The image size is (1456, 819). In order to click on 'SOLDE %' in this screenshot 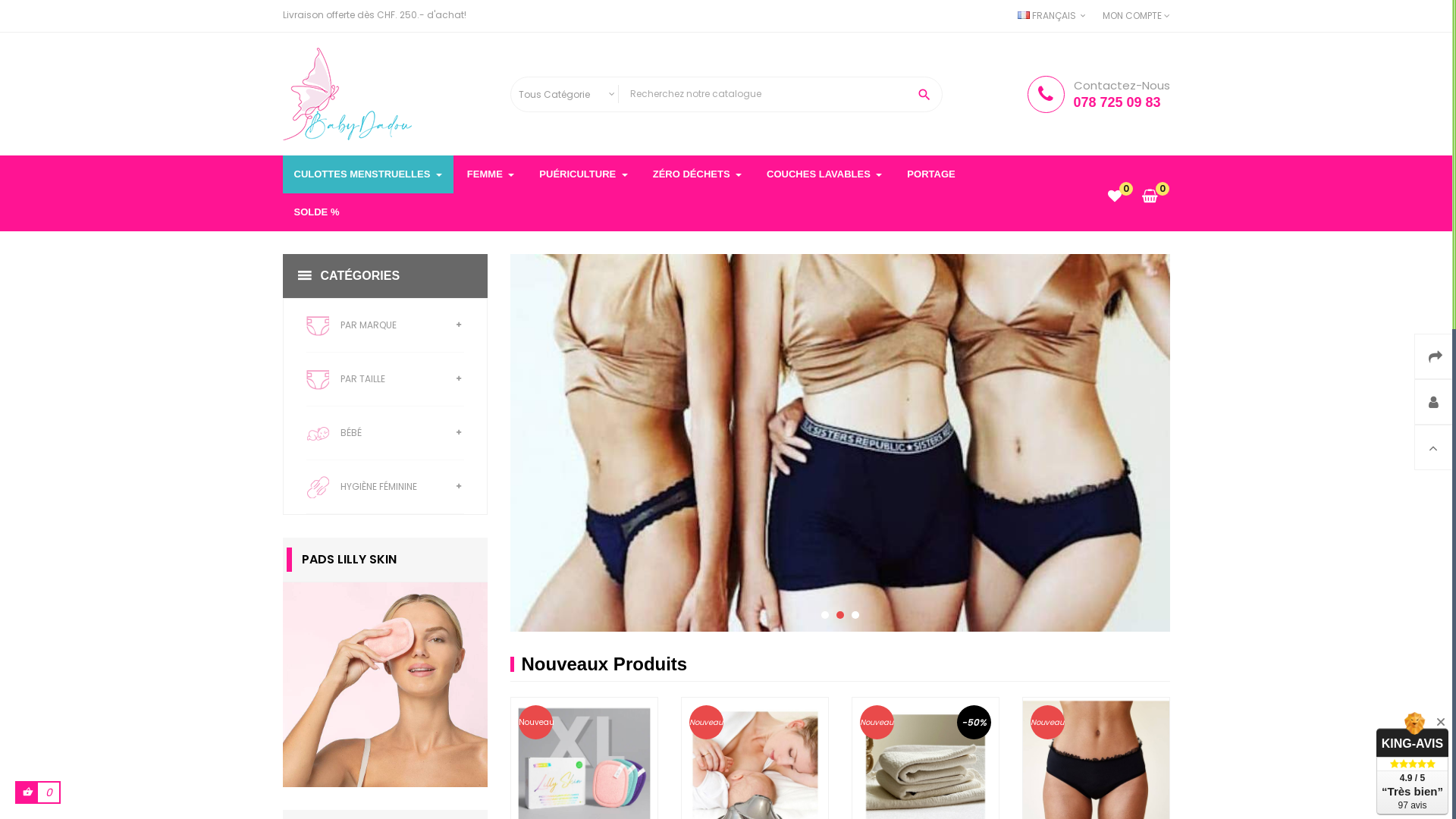, I will do `click(315, 212)`.